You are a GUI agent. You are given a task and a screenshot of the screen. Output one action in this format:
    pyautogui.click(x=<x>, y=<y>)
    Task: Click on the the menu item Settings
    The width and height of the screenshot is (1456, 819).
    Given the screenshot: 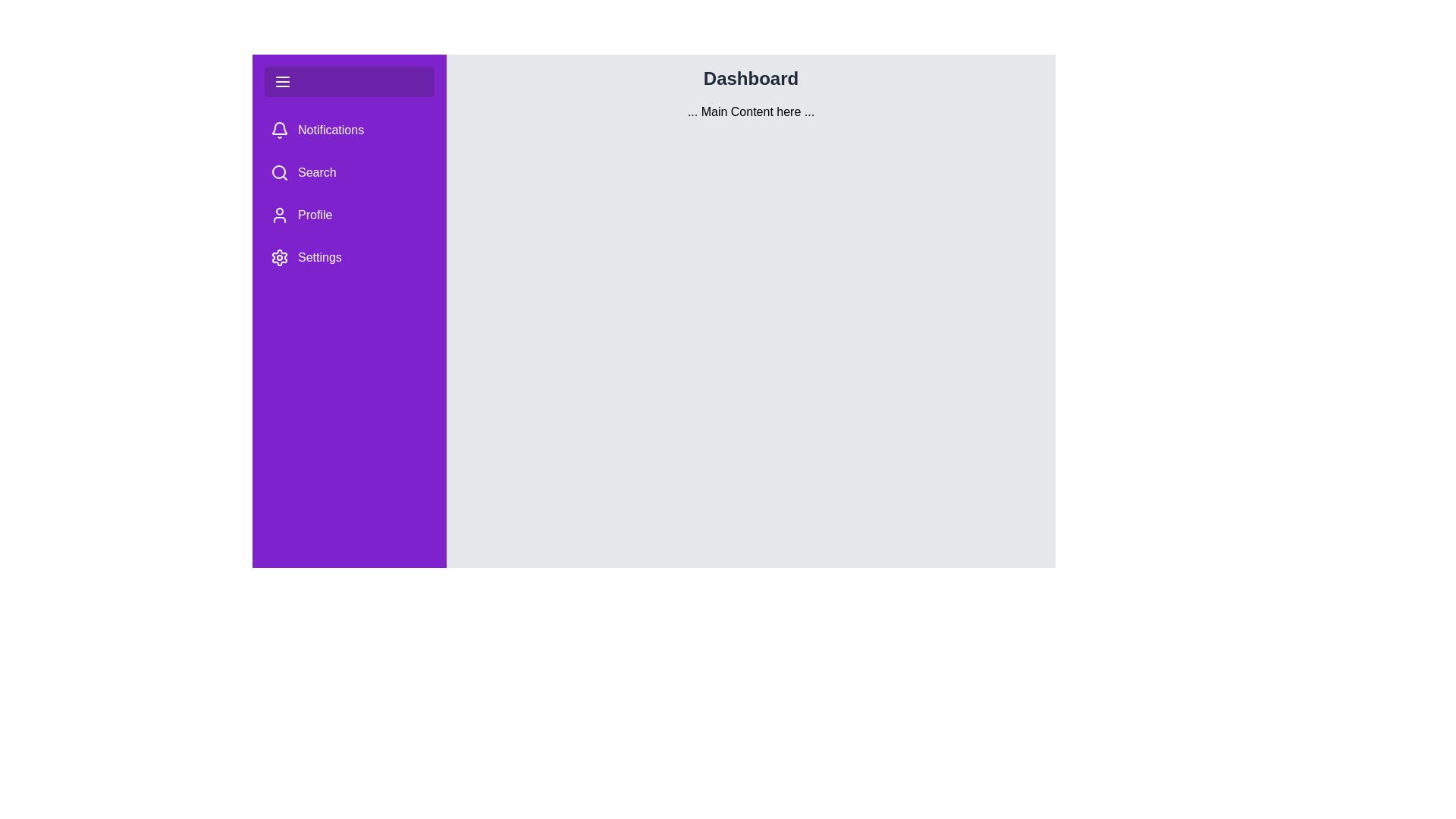 What is the action you would take?
    pyautogui.click(x=348, y=256)
    